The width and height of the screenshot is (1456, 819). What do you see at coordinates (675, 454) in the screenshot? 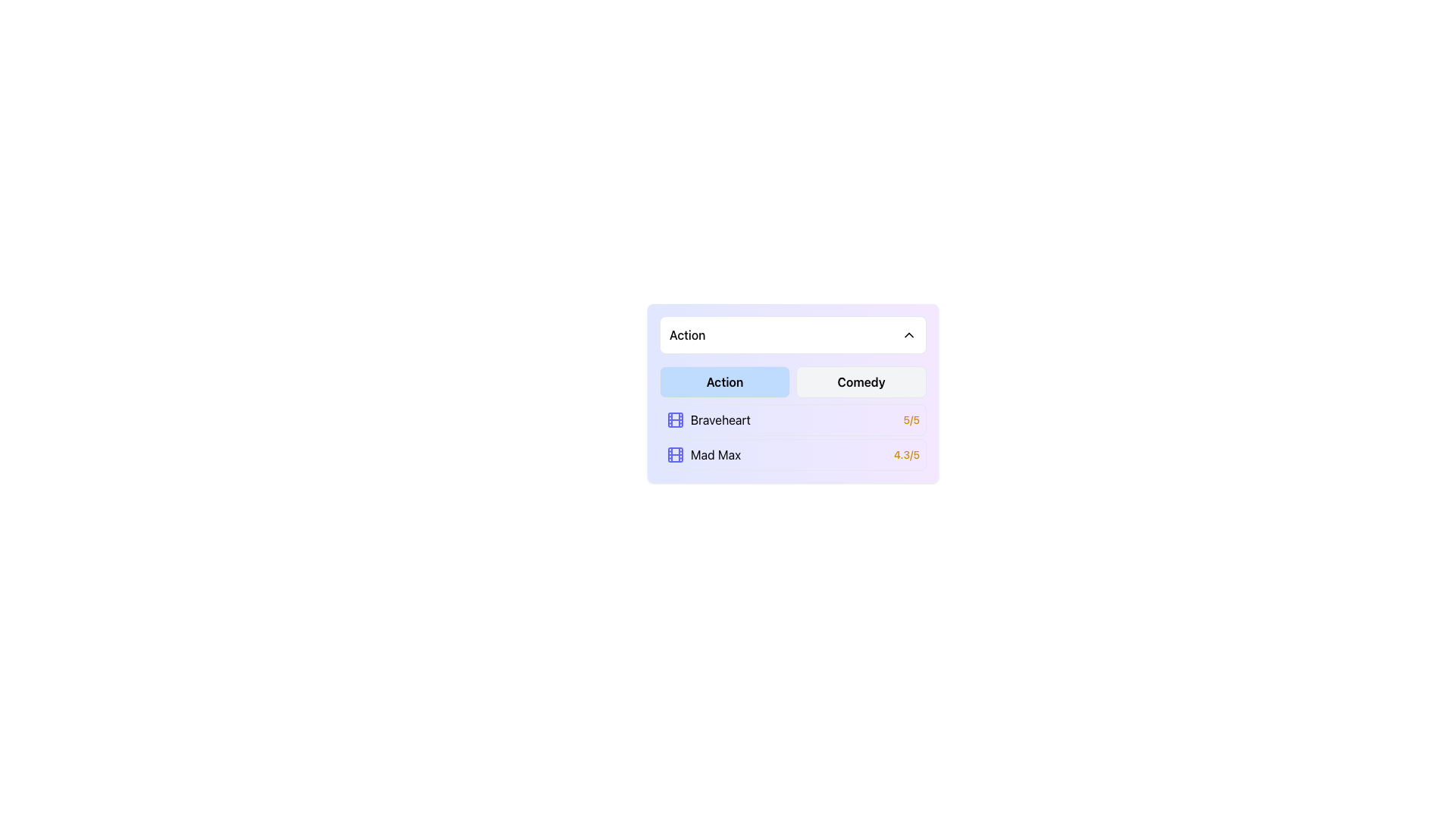
I see `the leftmost icon in the second row of the list that visually represents the movie 'Mad Max'` at bounding box center [675, 454].